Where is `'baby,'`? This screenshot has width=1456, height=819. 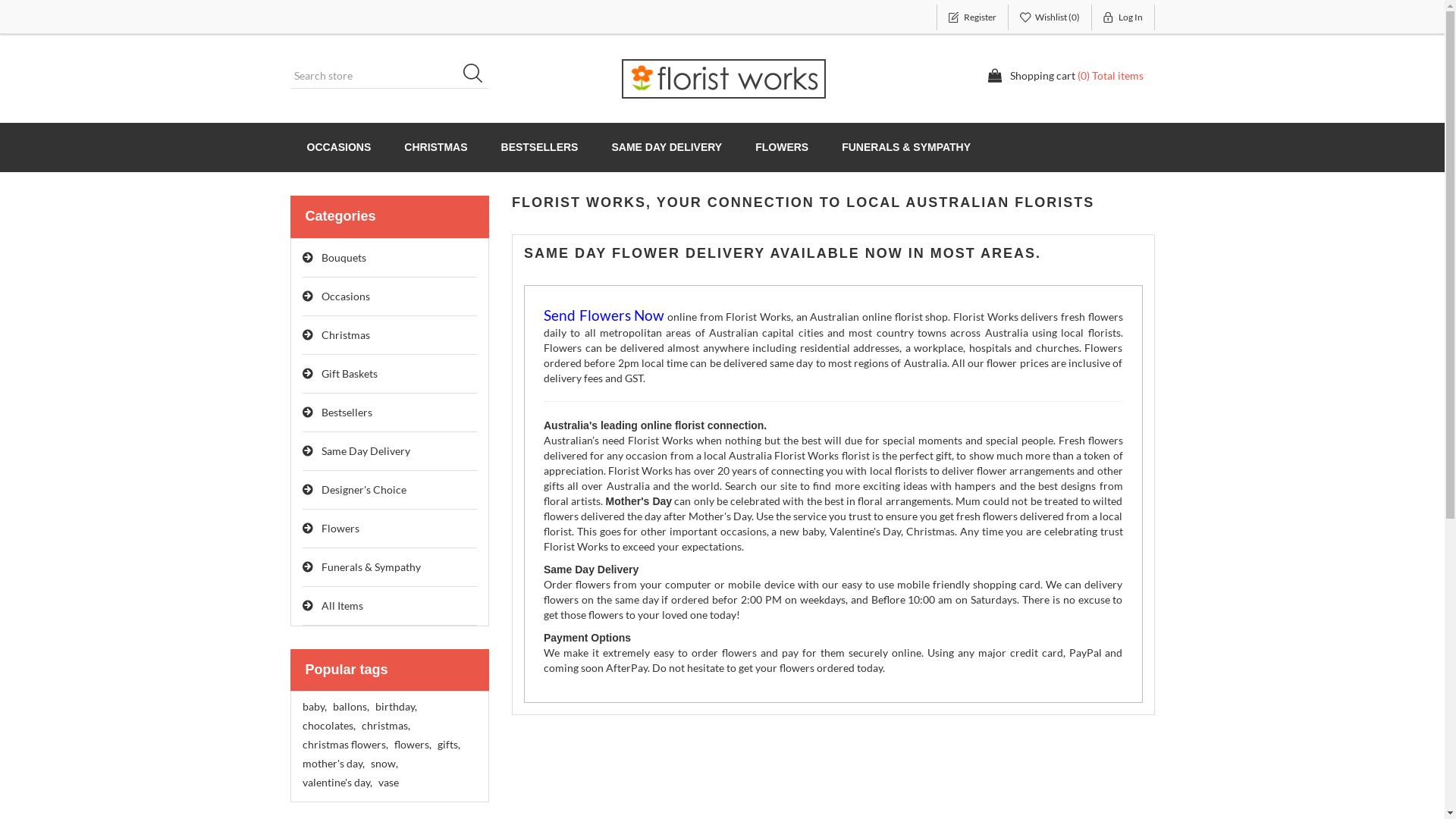
'baby,' is located at coordinates (312, 707).